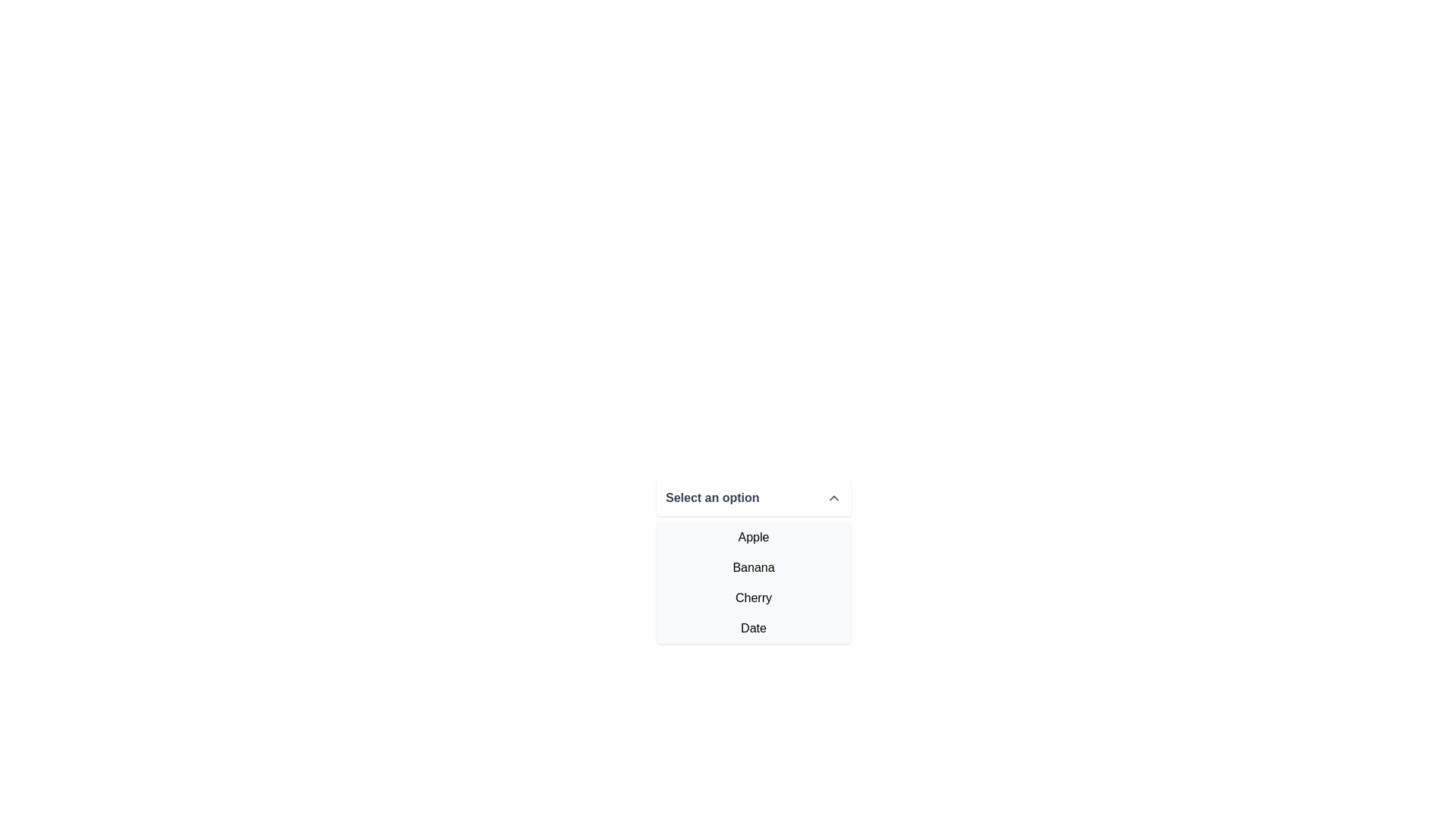 The width and height of the screenshot is (1456, 819). I want to click on an item in the vertically-aligned list containing 'Apple', 'Banana', 'Cherry', and 'Date', so click(753, 582).